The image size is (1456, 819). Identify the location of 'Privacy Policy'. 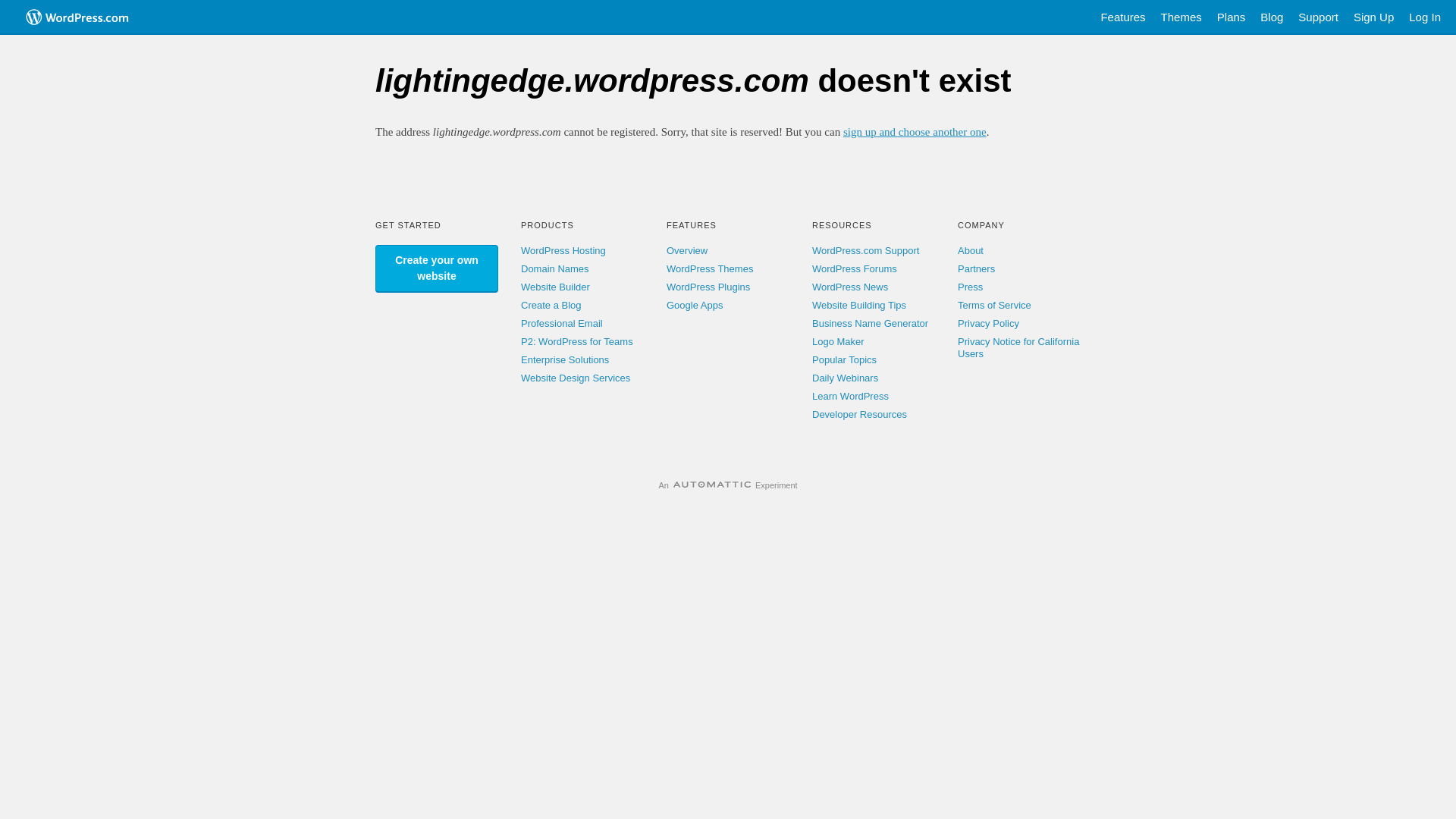
(956, 322).